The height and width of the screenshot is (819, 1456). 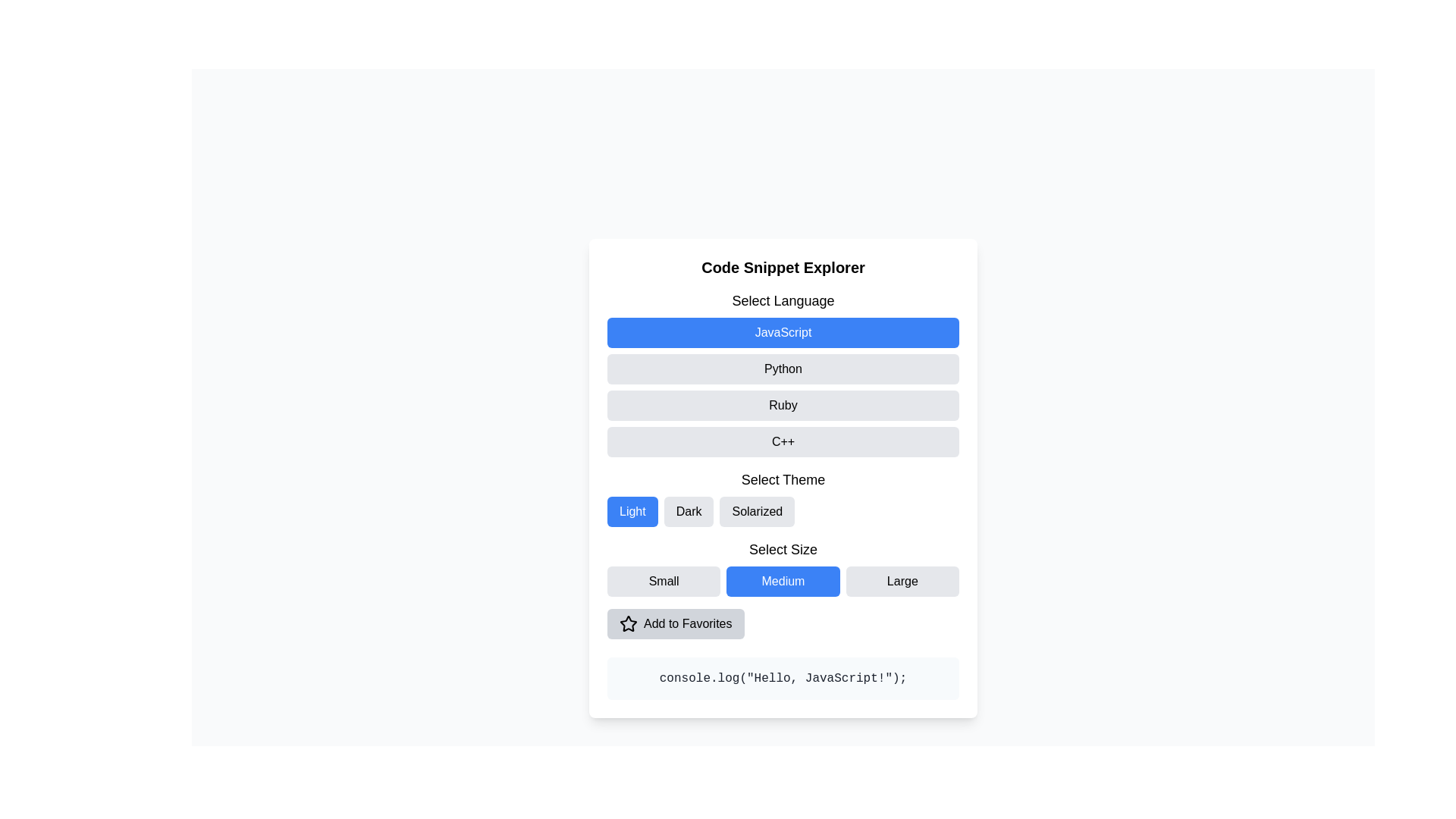 I want to click on the 'Dark' theme selection button, which is the second button from the left under the 'Select Theme' section, so click(x=688, y=512).